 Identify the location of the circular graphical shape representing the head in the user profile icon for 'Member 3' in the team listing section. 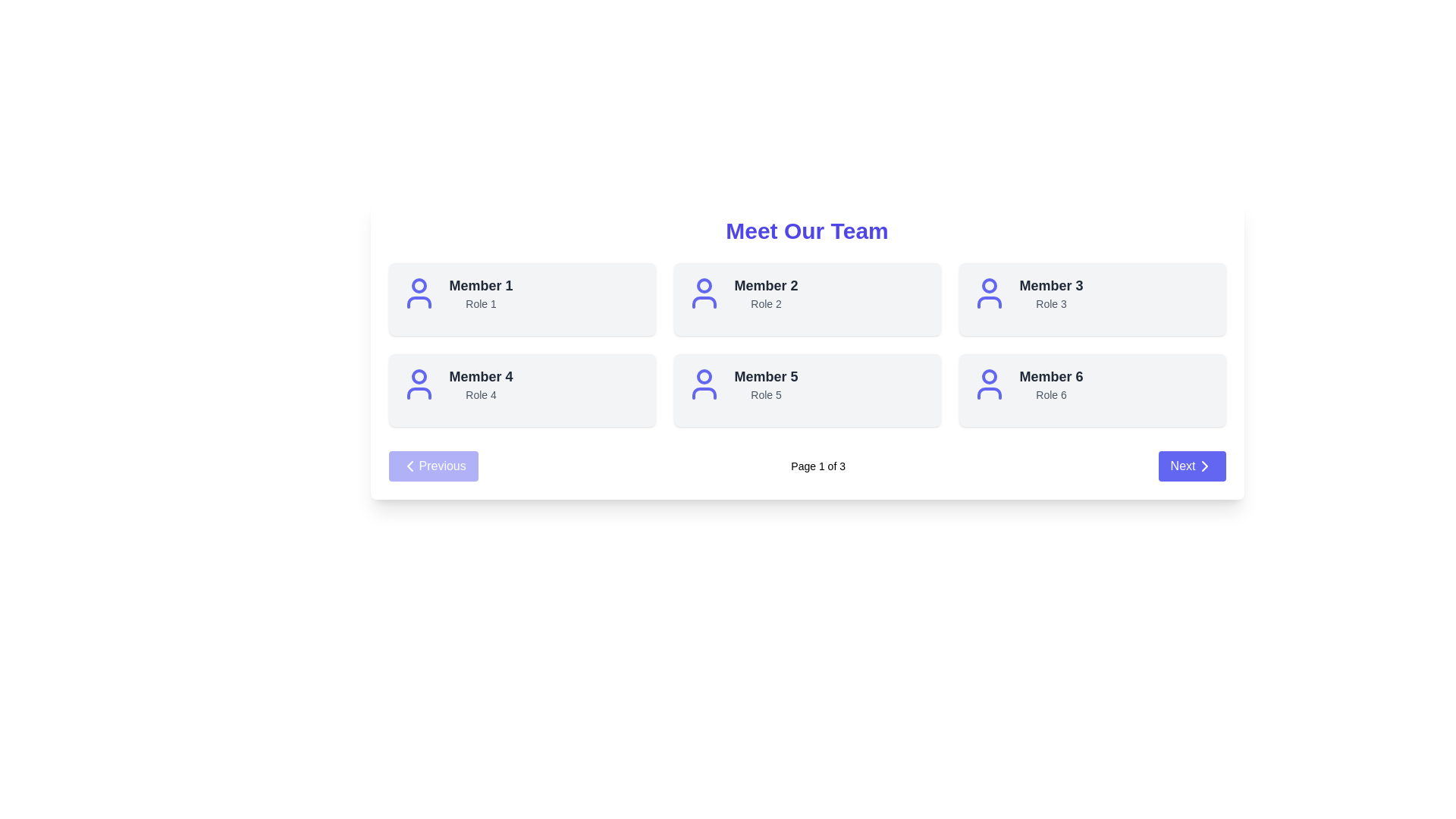
(989, 286).